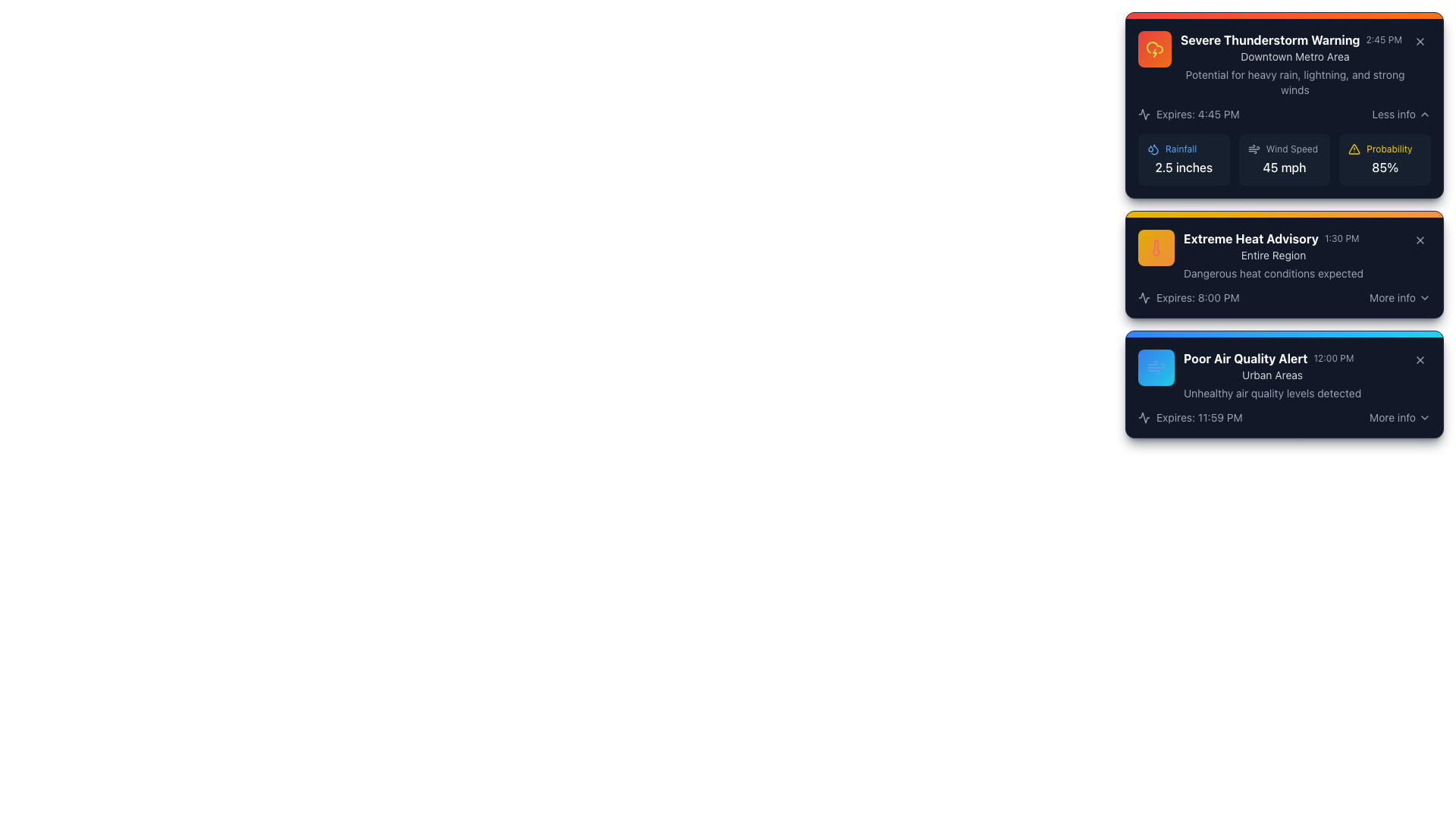 The width and height of the screenshot is (1456, 819). I want to click on the Label with time indicator for the severe weather alert, which is positioned at the top of the first notification panel, so click(1294, 39).